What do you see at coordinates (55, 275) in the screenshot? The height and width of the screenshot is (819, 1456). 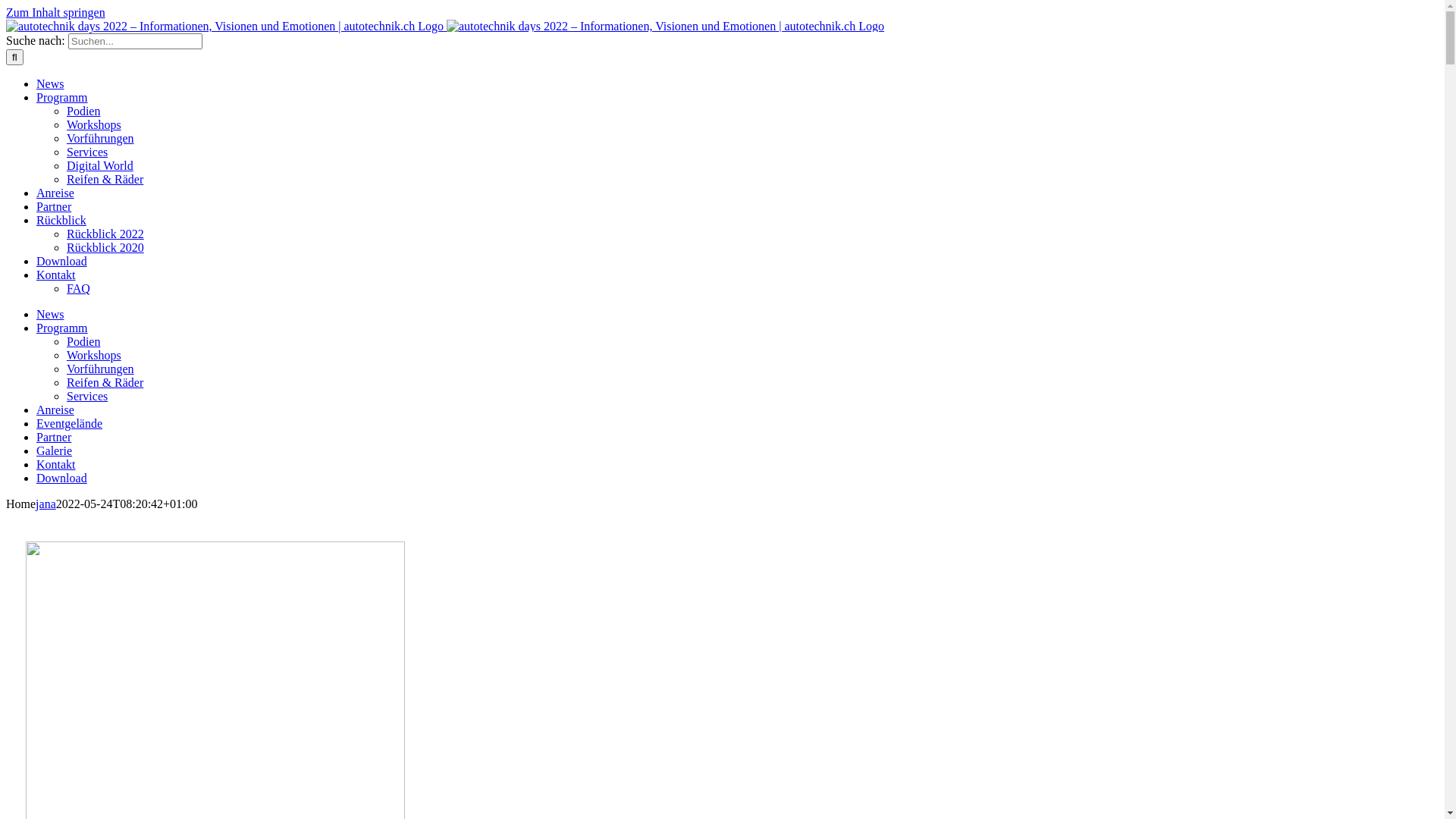 I see `'Kontakt'` at bounding box center [55, 275].